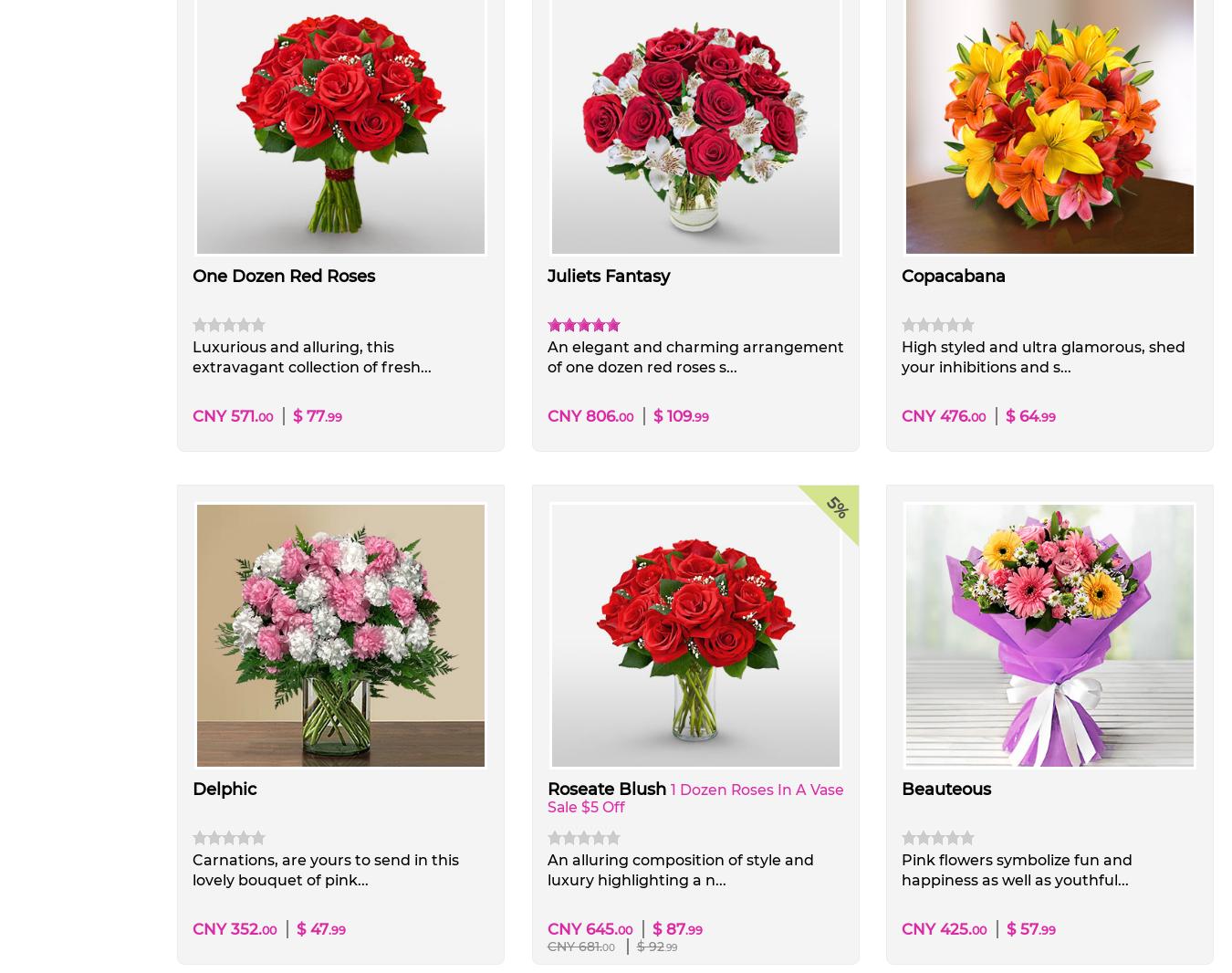  I want to click on 'Luxurious and alluring, this extravagant collection of fresh...', so click(311, 356).